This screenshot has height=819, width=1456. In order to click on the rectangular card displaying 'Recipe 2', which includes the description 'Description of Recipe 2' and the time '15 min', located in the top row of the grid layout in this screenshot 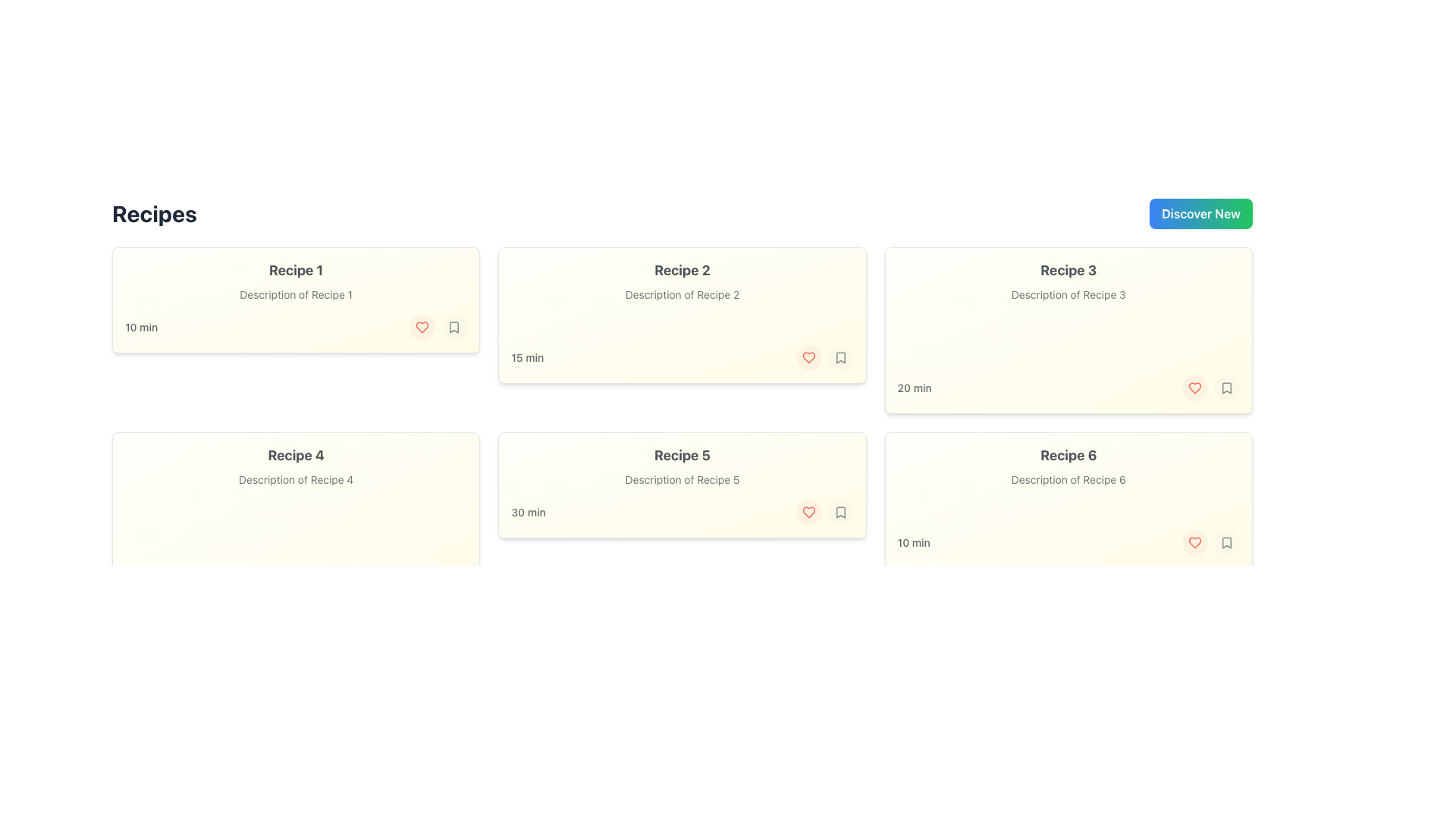, I will do `click(681, 315)`.